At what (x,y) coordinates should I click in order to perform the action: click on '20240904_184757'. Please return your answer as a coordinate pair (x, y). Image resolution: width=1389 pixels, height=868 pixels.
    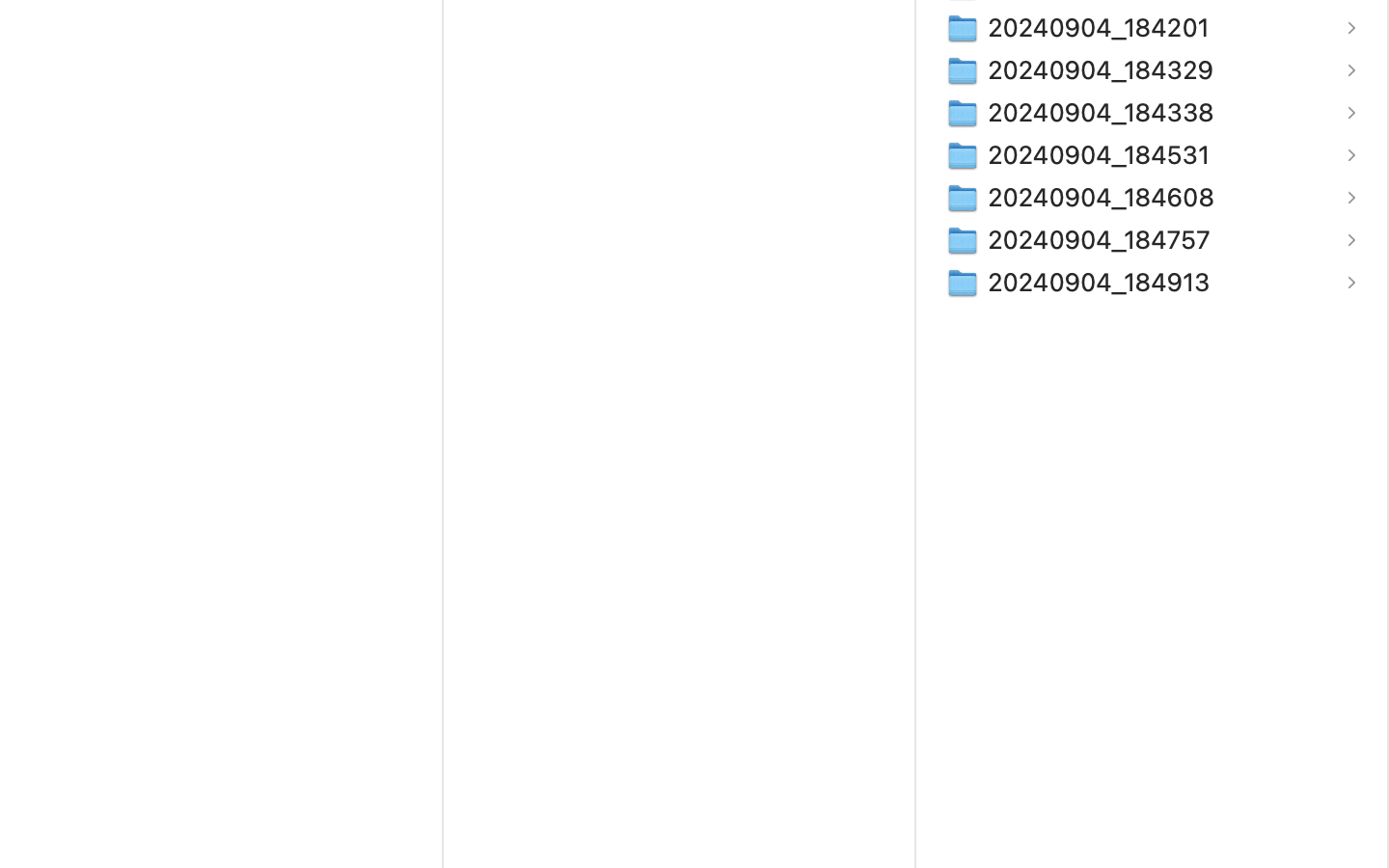
    Looking at the image, I should click on (1103, 238).